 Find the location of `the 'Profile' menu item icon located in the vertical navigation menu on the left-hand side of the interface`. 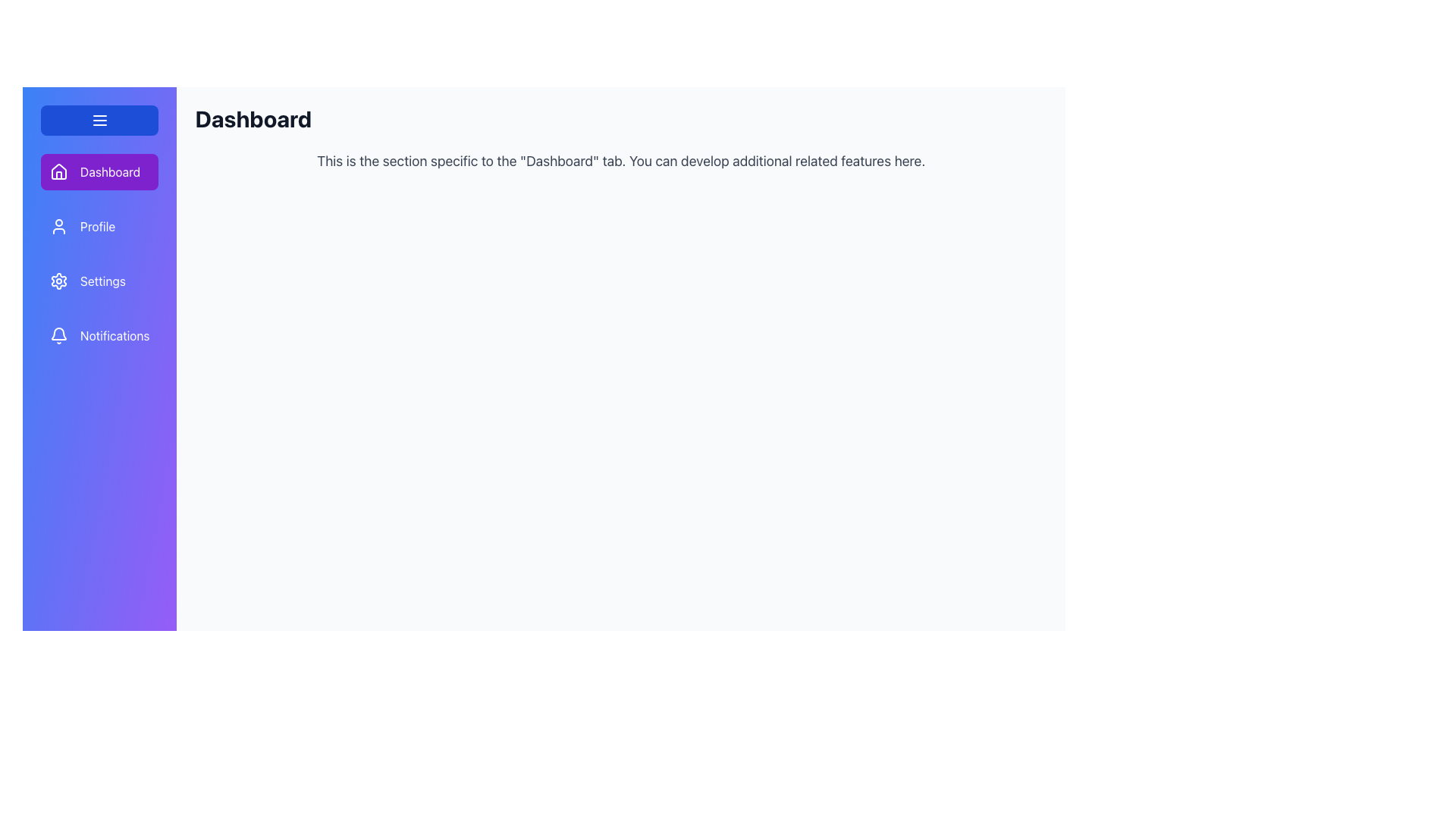

the 'Profile' menu item icon located in the vertical navigation menu on the left-hand side of the interface is located at coordinates (58, 227).